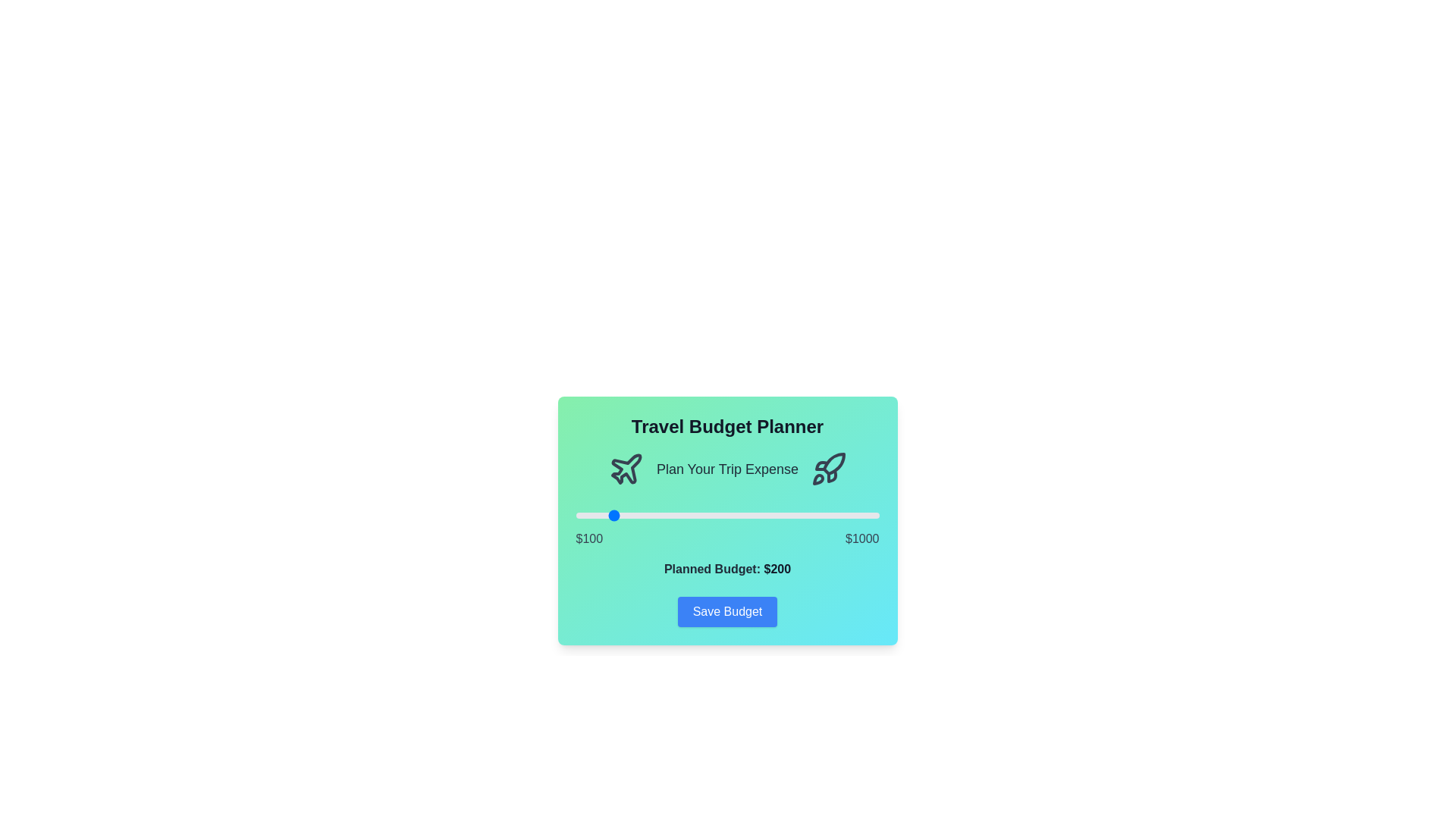  I want to click on the budget slider to set the budget to 947, so click(861, 514).